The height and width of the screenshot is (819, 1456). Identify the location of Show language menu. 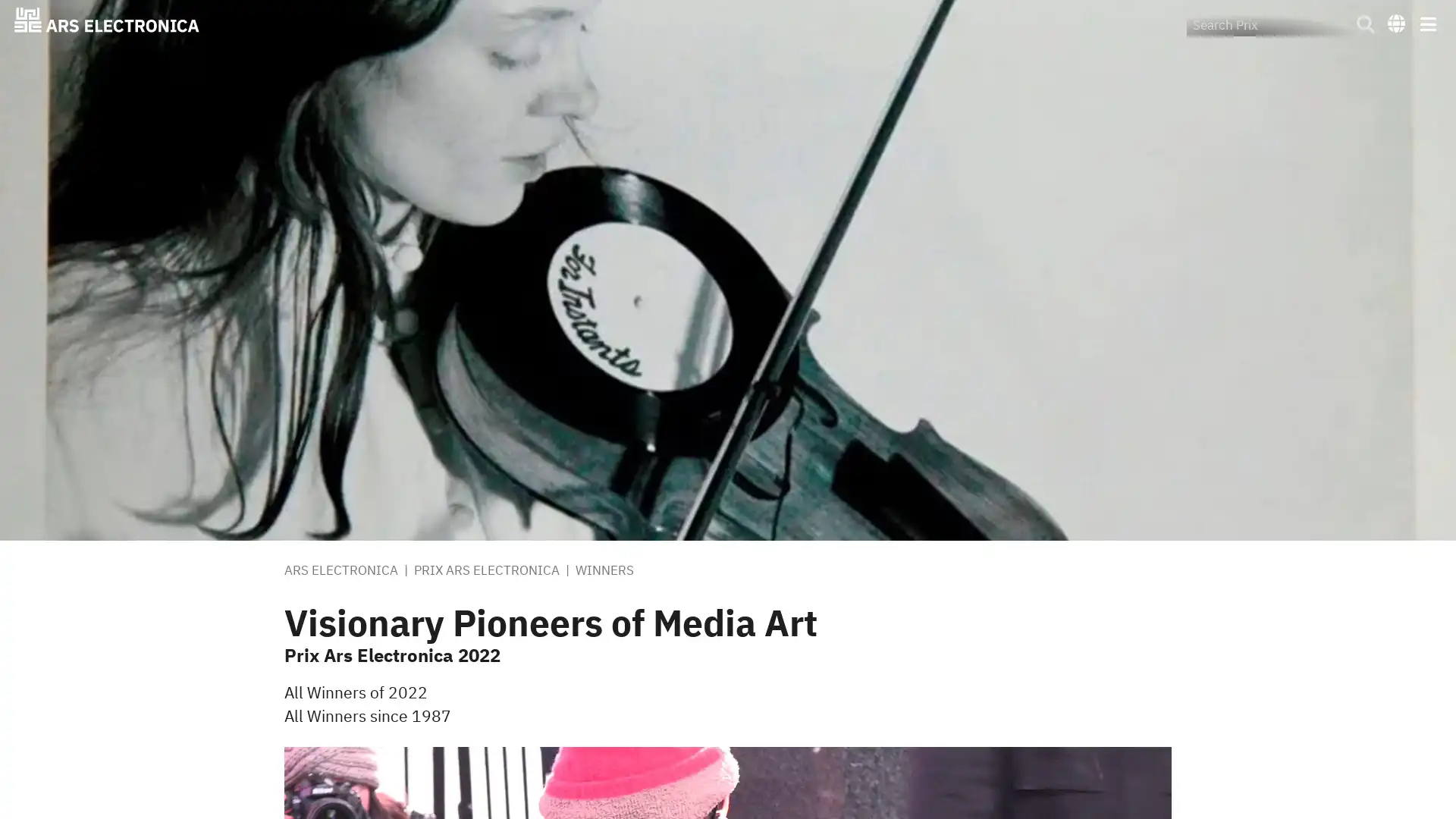
(1395, 22).